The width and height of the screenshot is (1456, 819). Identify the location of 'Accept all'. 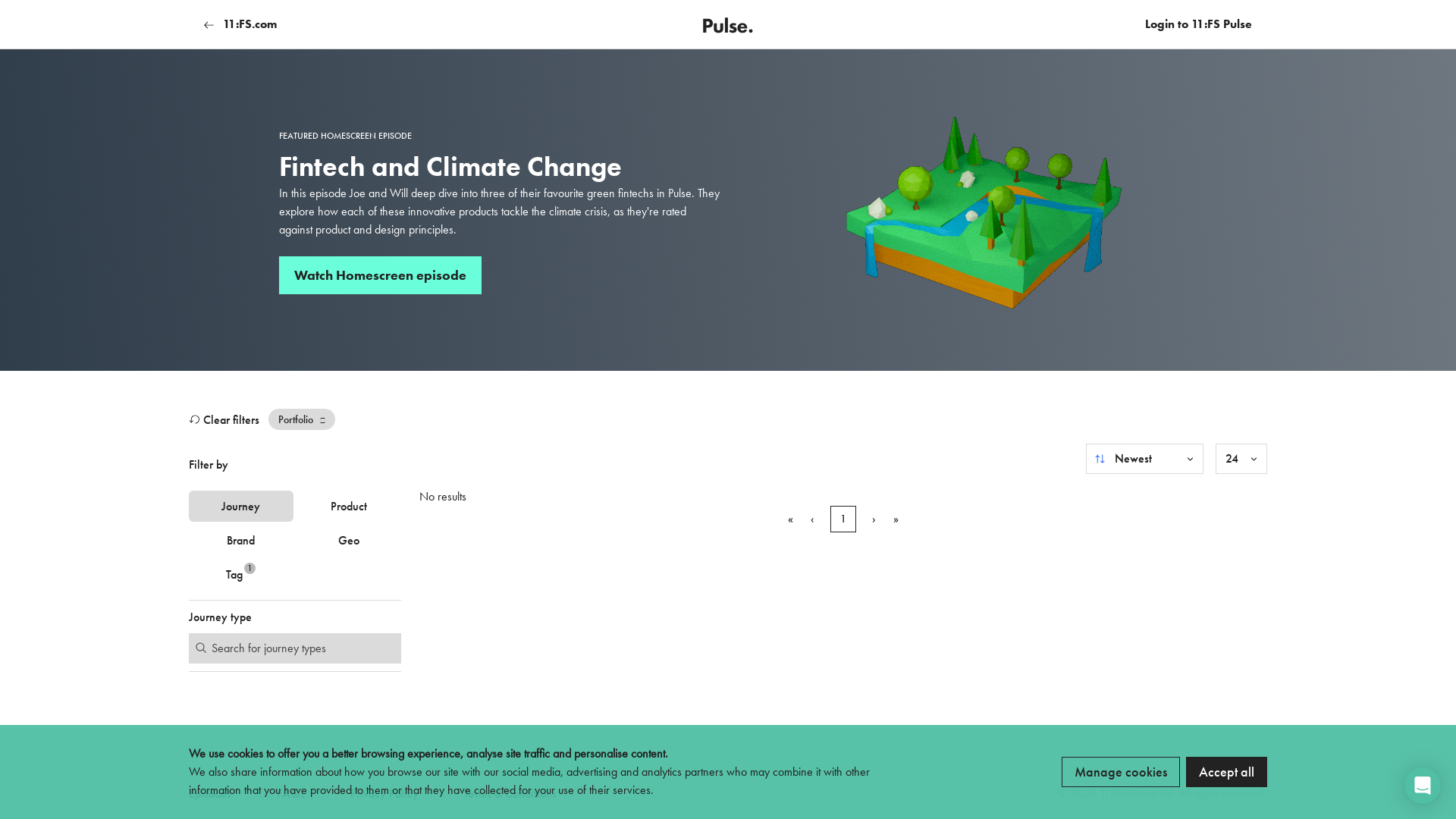
(1226, 772).